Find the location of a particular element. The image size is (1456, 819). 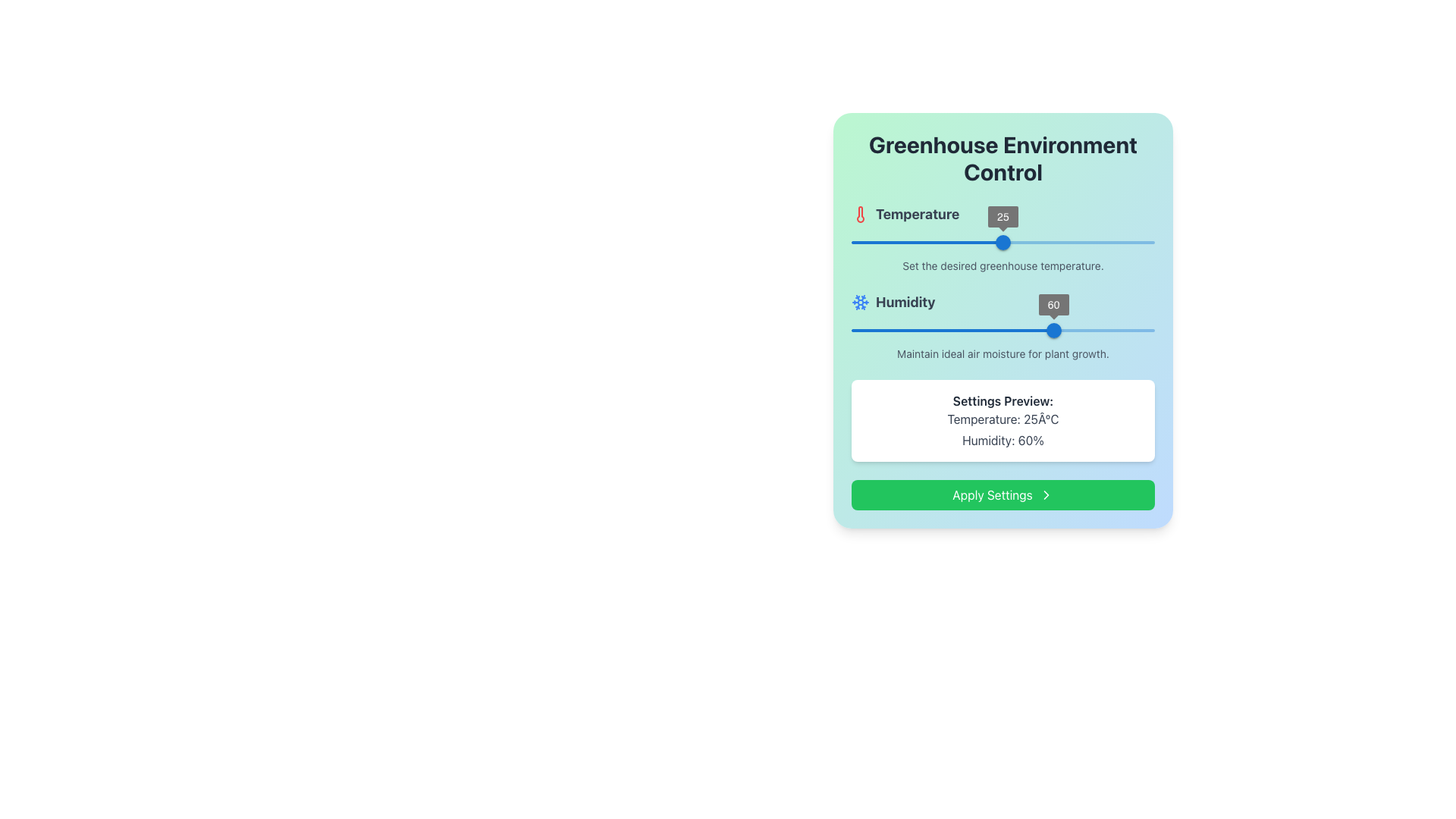

the Static Text displaying the current temperature setting, which is positioned above the 'Humidity: 60%' text in the summary preview at the bottom of the card is located at coordinates (1003, 419).